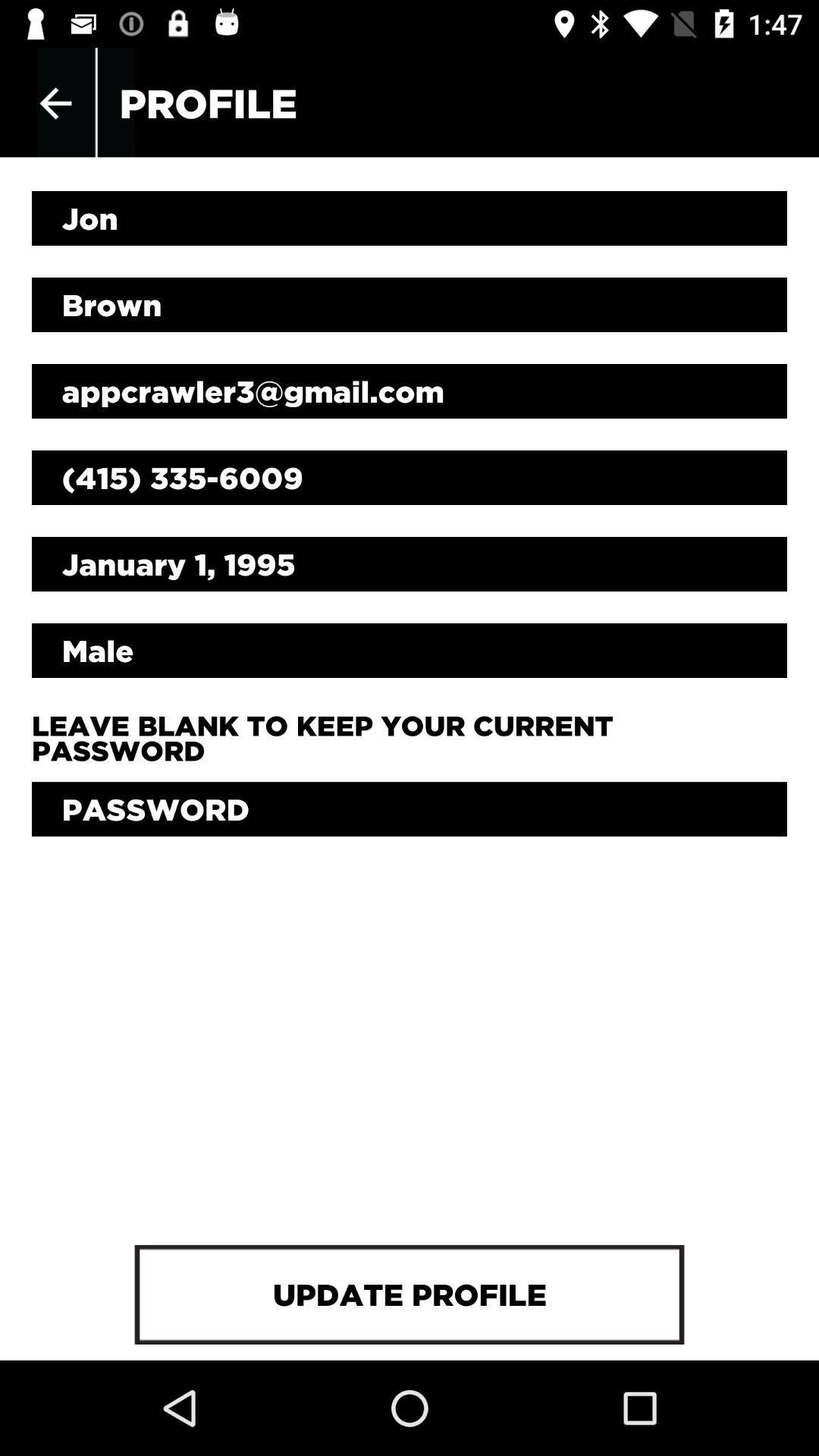  Describe the element at coordinates (409, 808) in the screenshot. I see `the password` at that location.